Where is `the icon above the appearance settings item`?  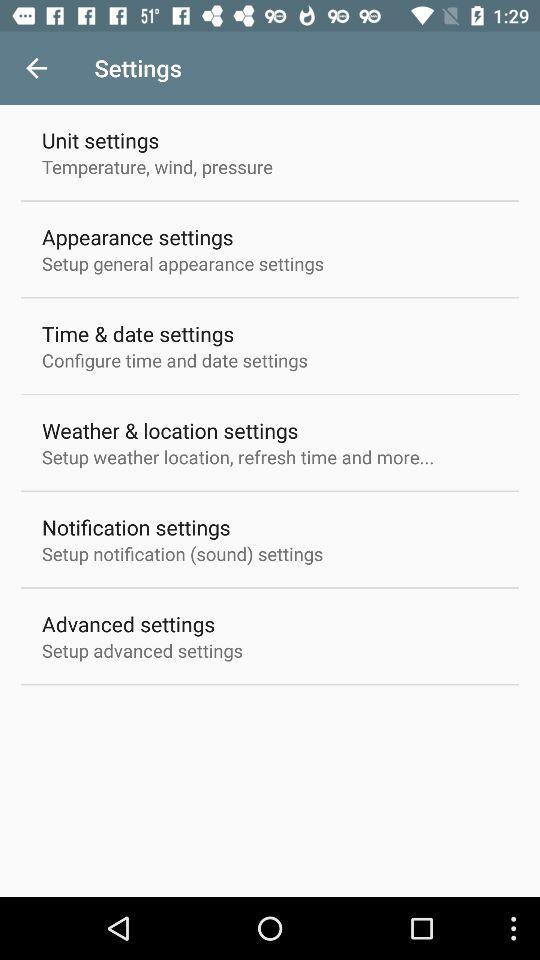
the icon above the appearance settings item is located at coordinates (156, 165).